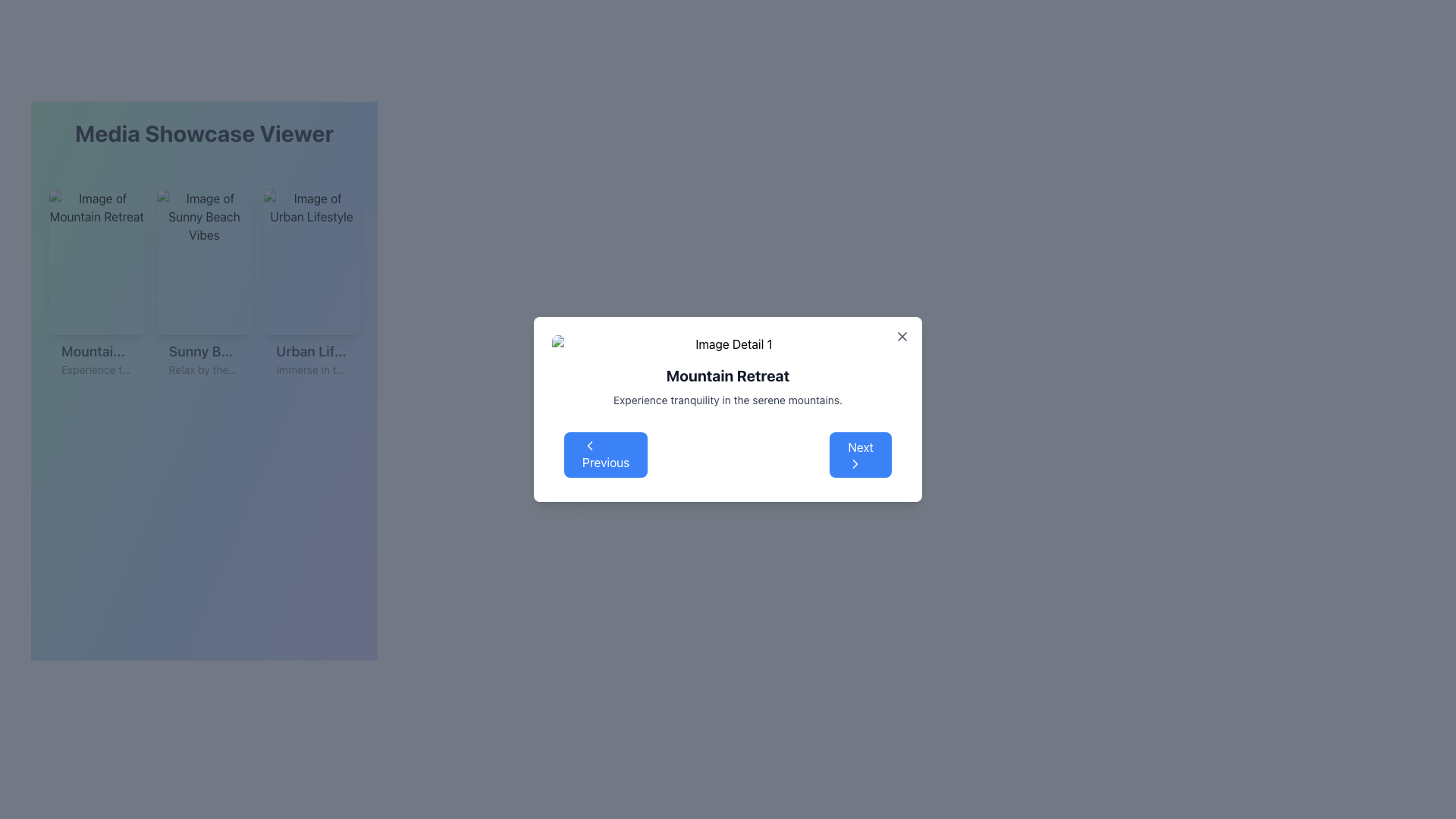  I want to click on the close button icon located in the top-right corner of the 'Image Detail 1' dialog box, so click(902, 335).